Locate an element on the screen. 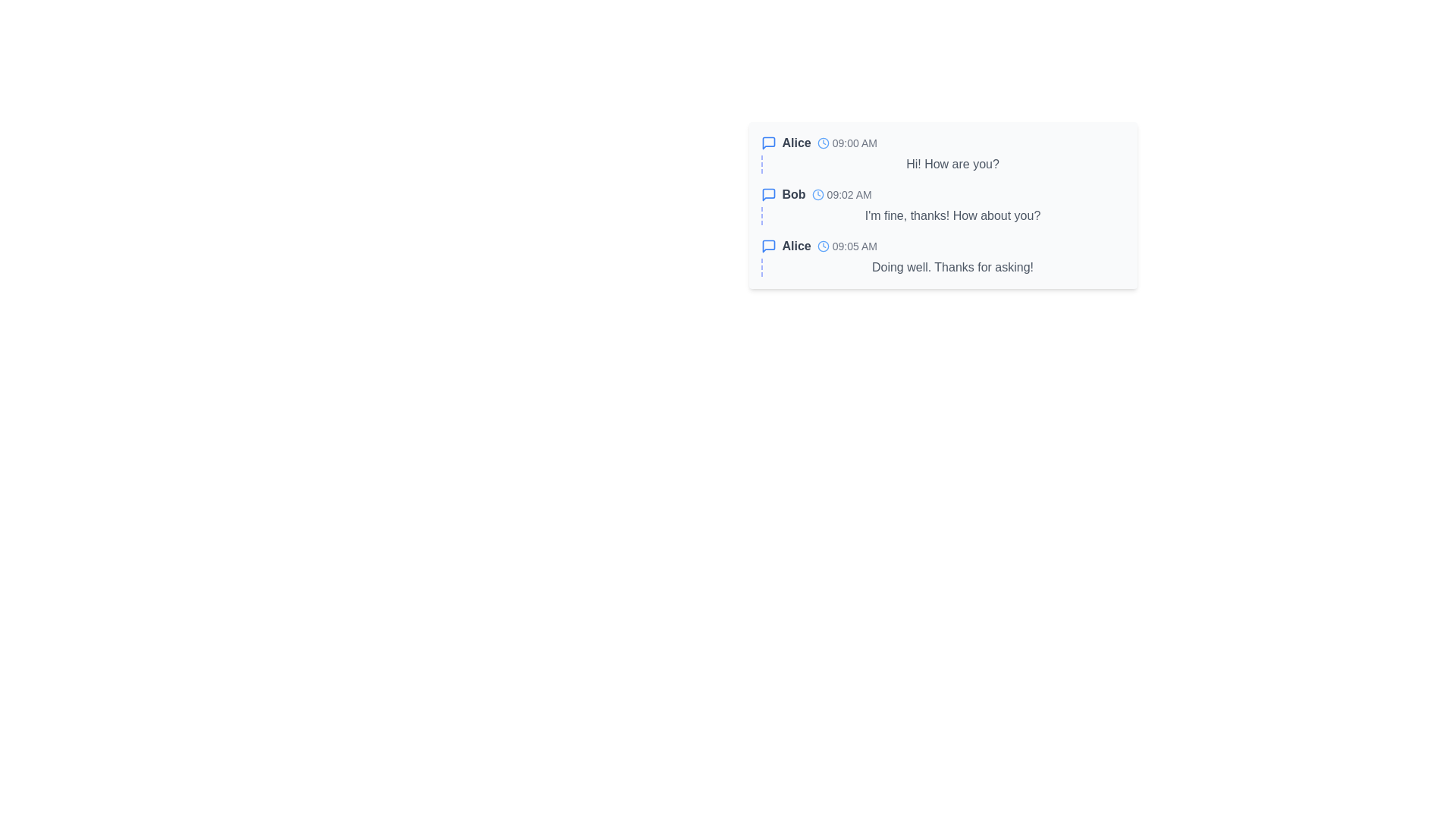 This screenshot has height=819, width=1456. the icon representing the message sender 'Bob' in the conversation thread, which is located to the left of his name is located at coordinates (768, 194).